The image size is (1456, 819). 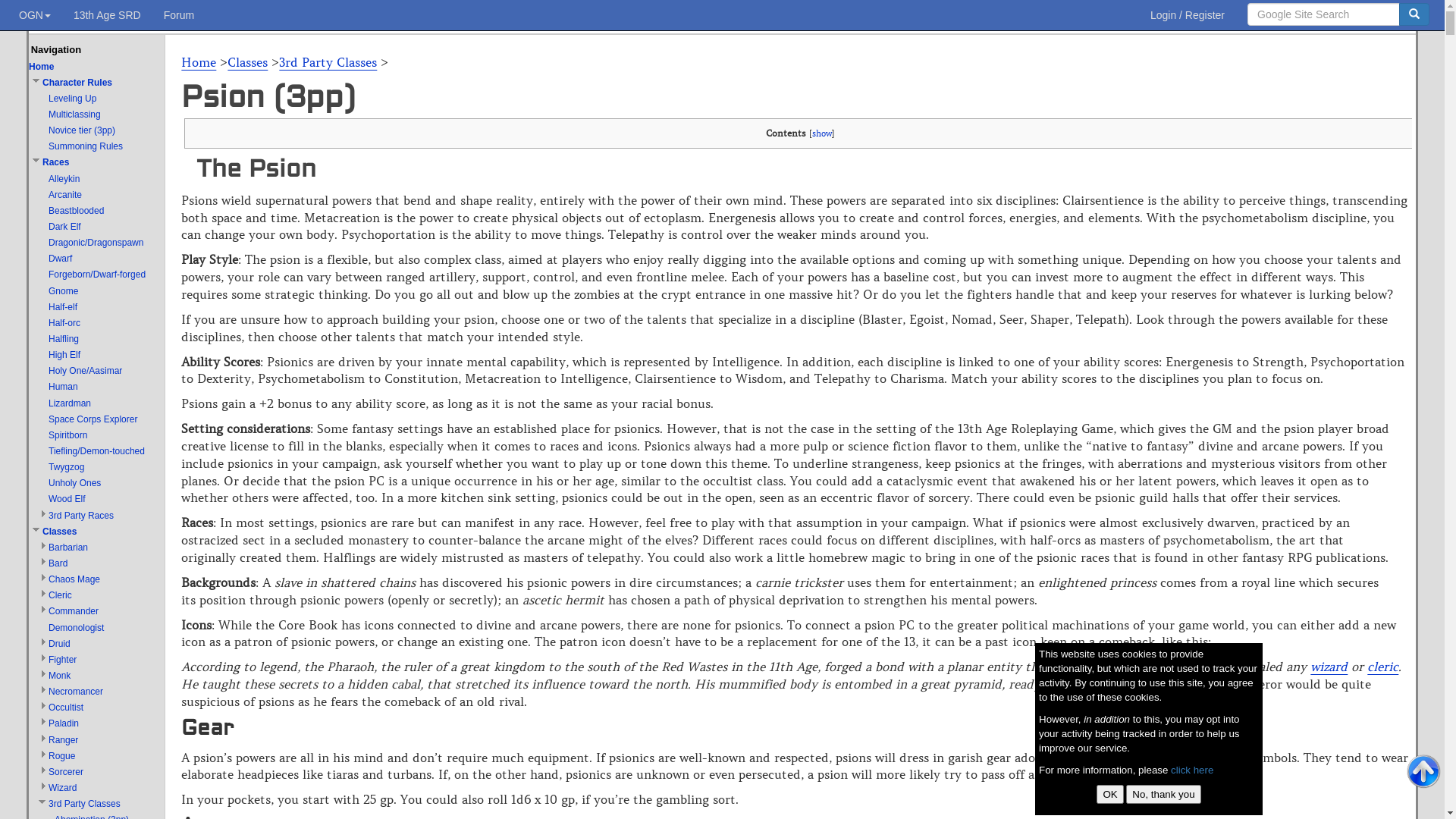 I want to click on 'show', so click(x=821, y=133).